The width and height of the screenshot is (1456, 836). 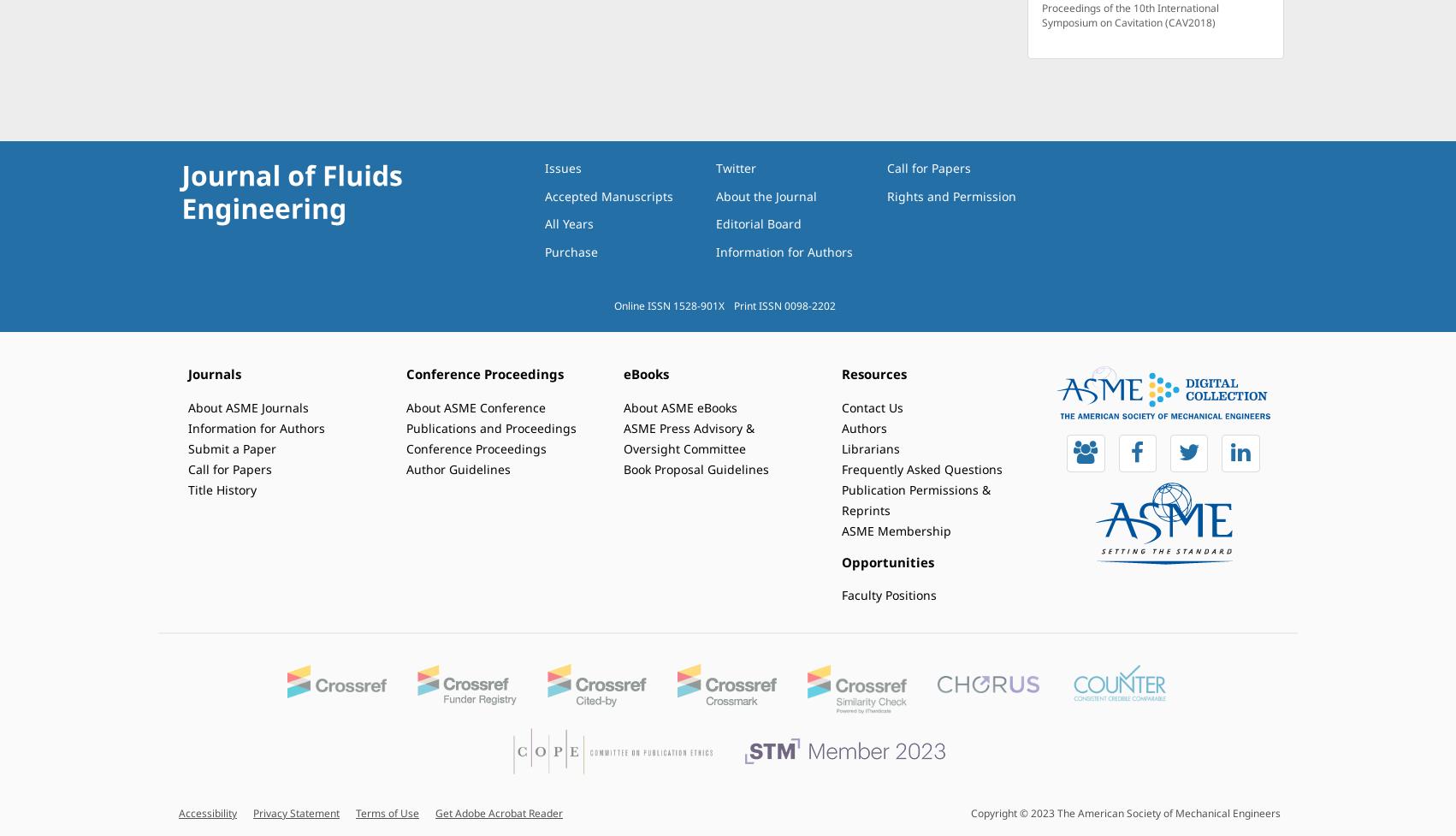 I want to click on 'Conference Proceedings', so click(x=482, y=374).